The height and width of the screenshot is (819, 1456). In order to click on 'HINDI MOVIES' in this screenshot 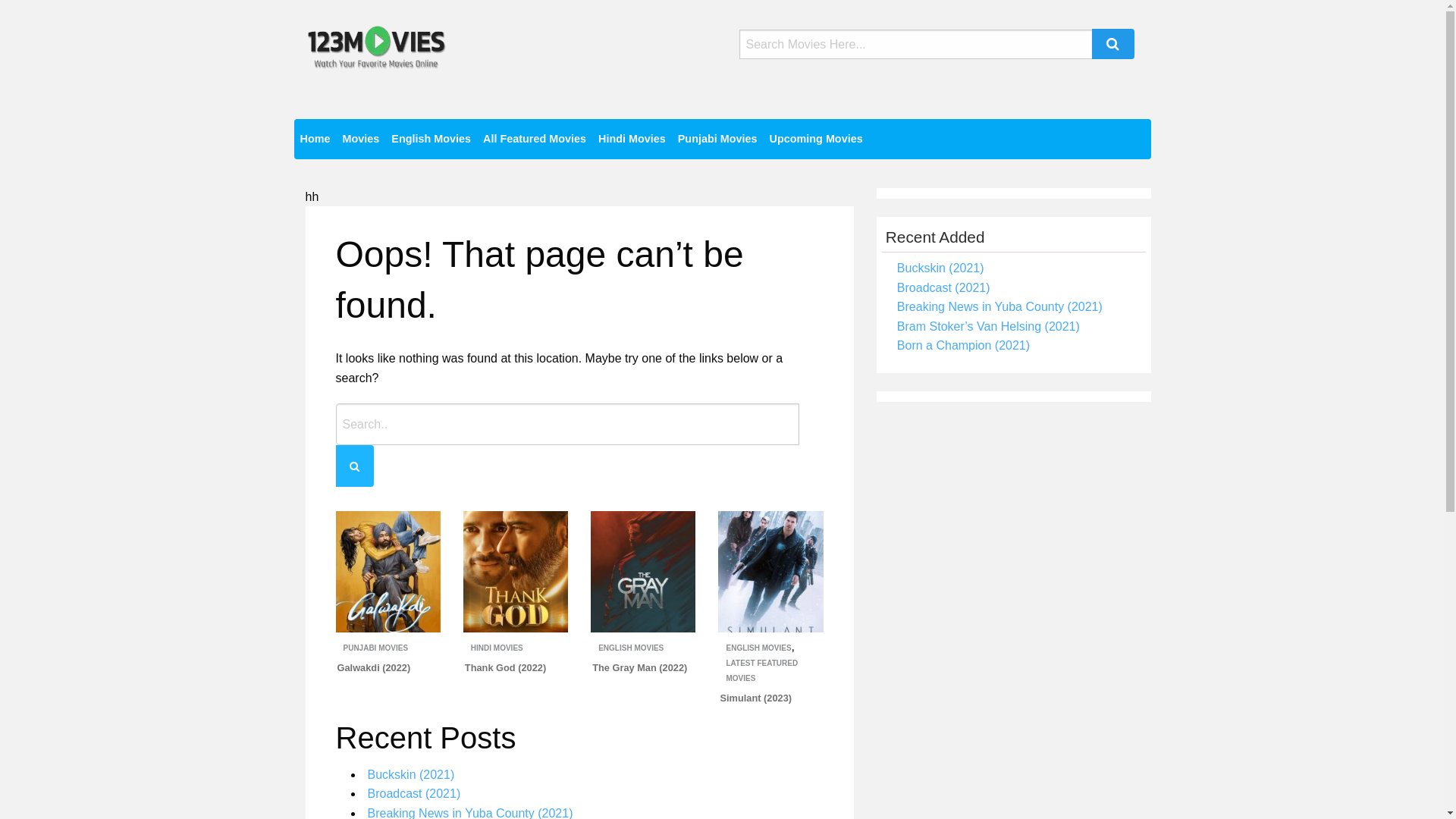, I will do `click(497, 648)`.